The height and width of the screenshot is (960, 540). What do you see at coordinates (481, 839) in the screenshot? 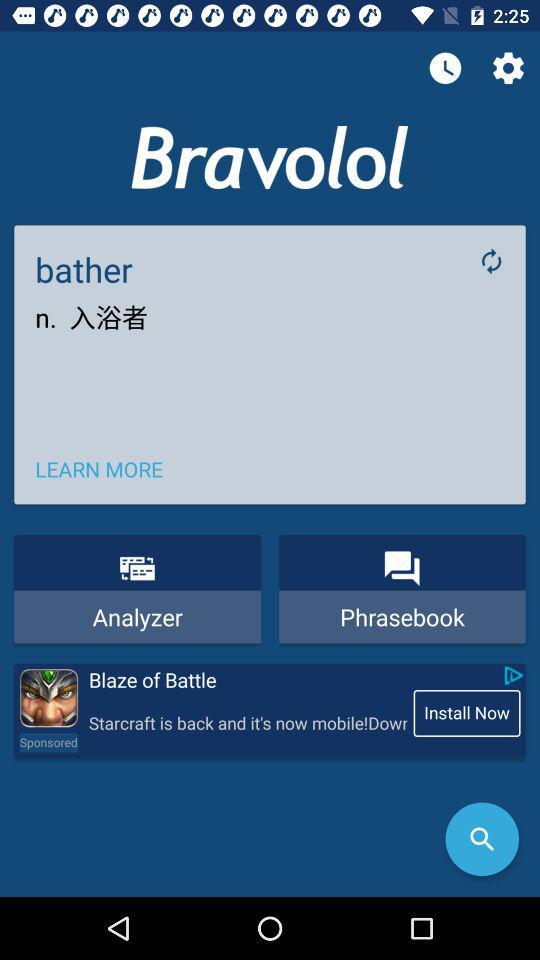
I see `icon below the install now item` at bounding box center [481, 839].